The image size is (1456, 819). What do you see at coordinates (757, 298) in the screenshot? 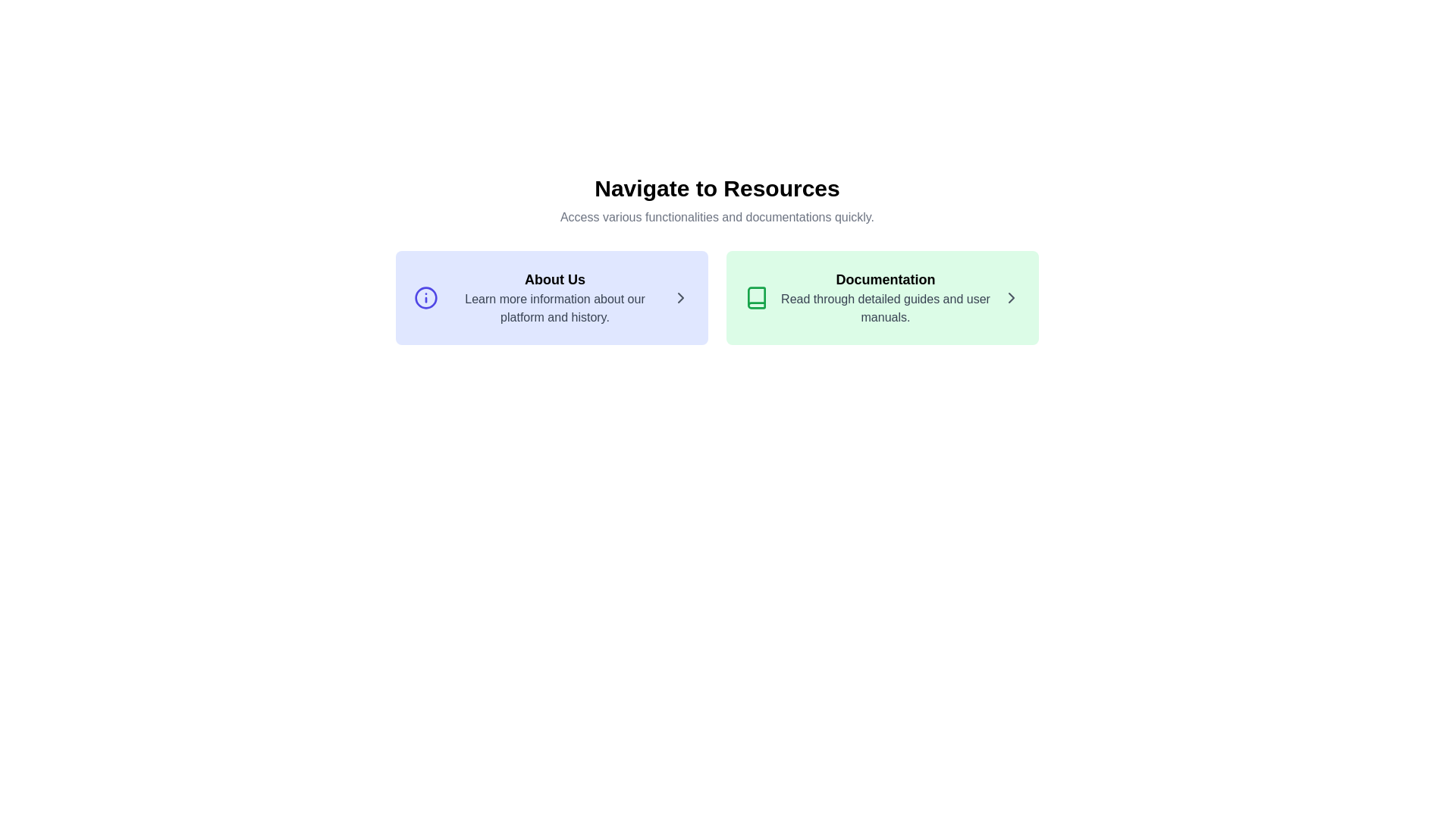
I see `the green-bordered book icon in the 'Documentation' section, which indicates a user manual resource` at bounding box center [757, 298].